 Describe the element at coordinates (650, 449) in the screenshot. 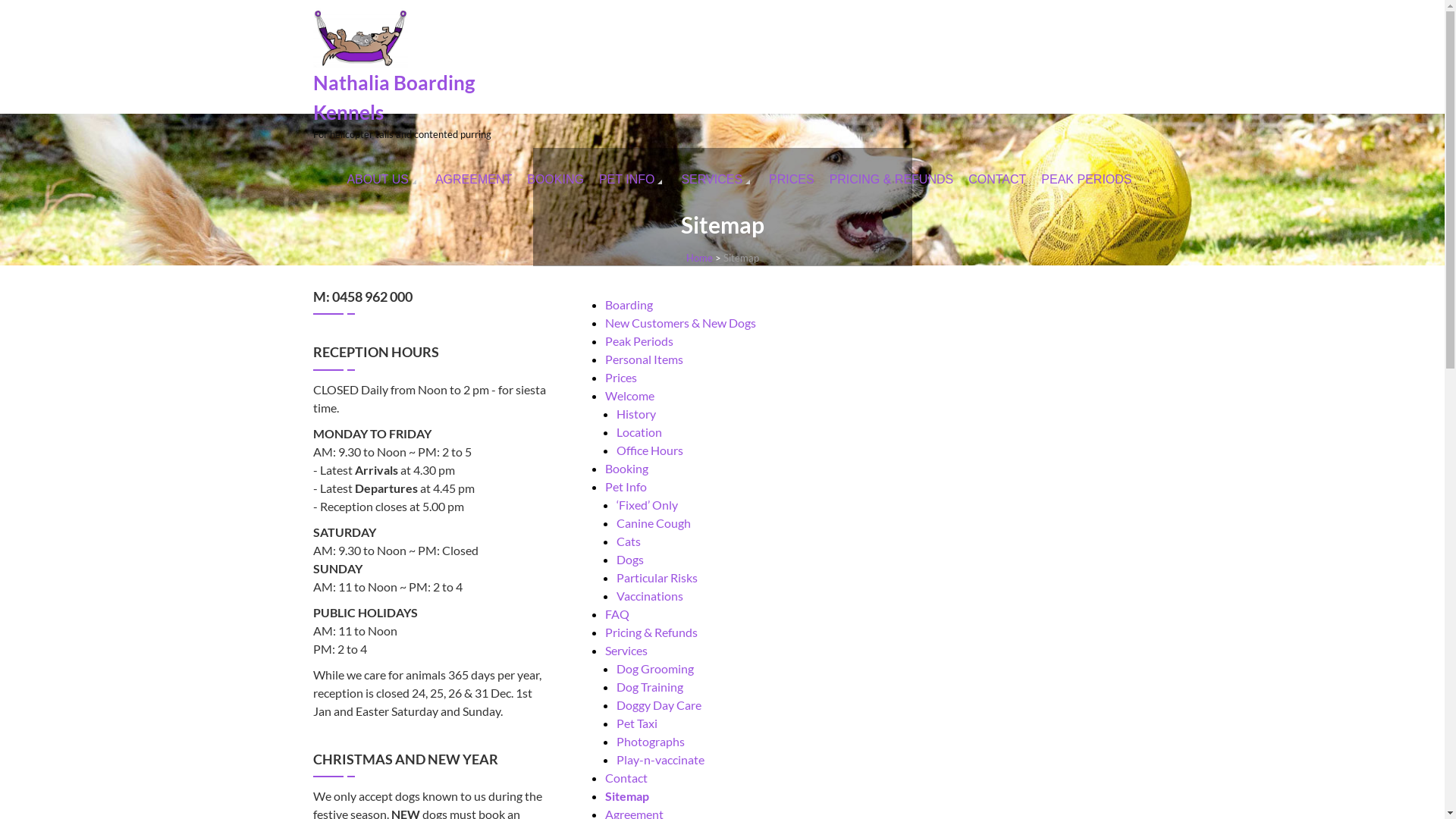

I see `'Office Hours'` at that location.